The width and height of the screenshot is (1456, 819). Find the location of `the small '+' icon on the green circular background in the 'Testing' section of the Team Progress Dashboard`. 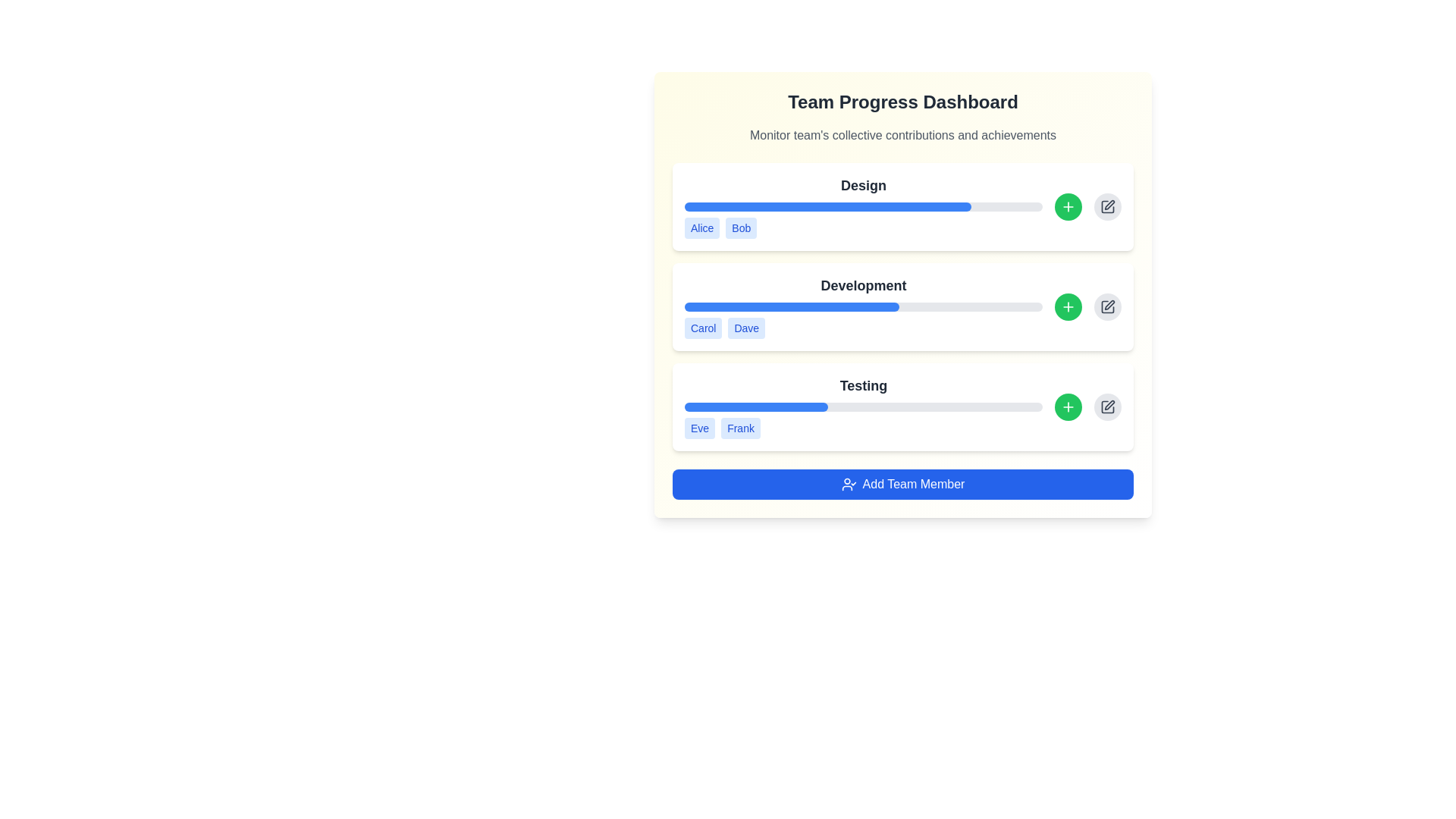

the small '+' icon on the green circular background in the 'Testing' section of the Team Progress Dashboard is located at coordinates (1068, 406).